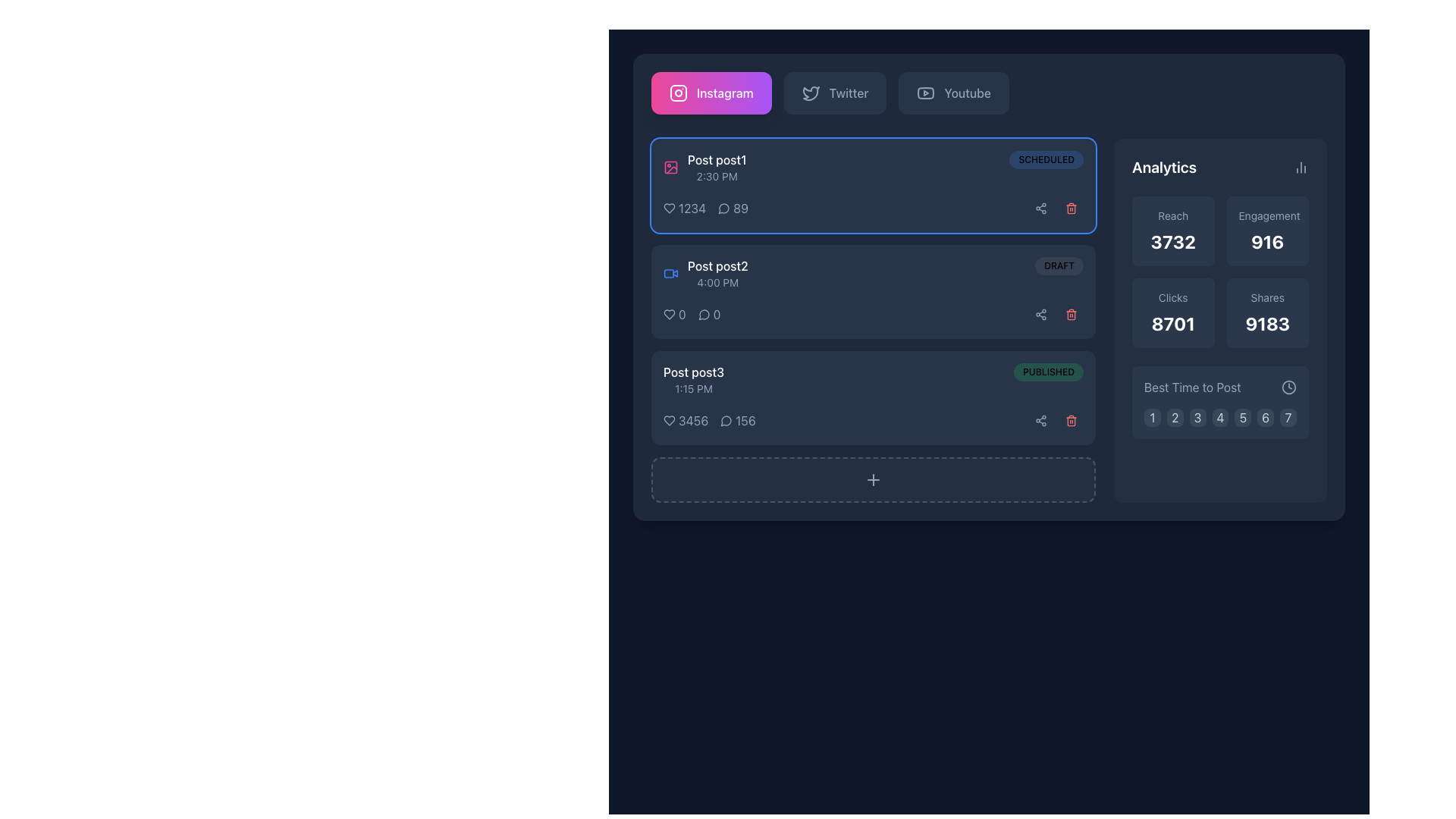  Describe the element at coordinates (692, 421) in the screenshot. I see `the Text label displaying the numerical metric '3456' located in the third post section, adjacent to a heart icon and another numeric value` at that location.